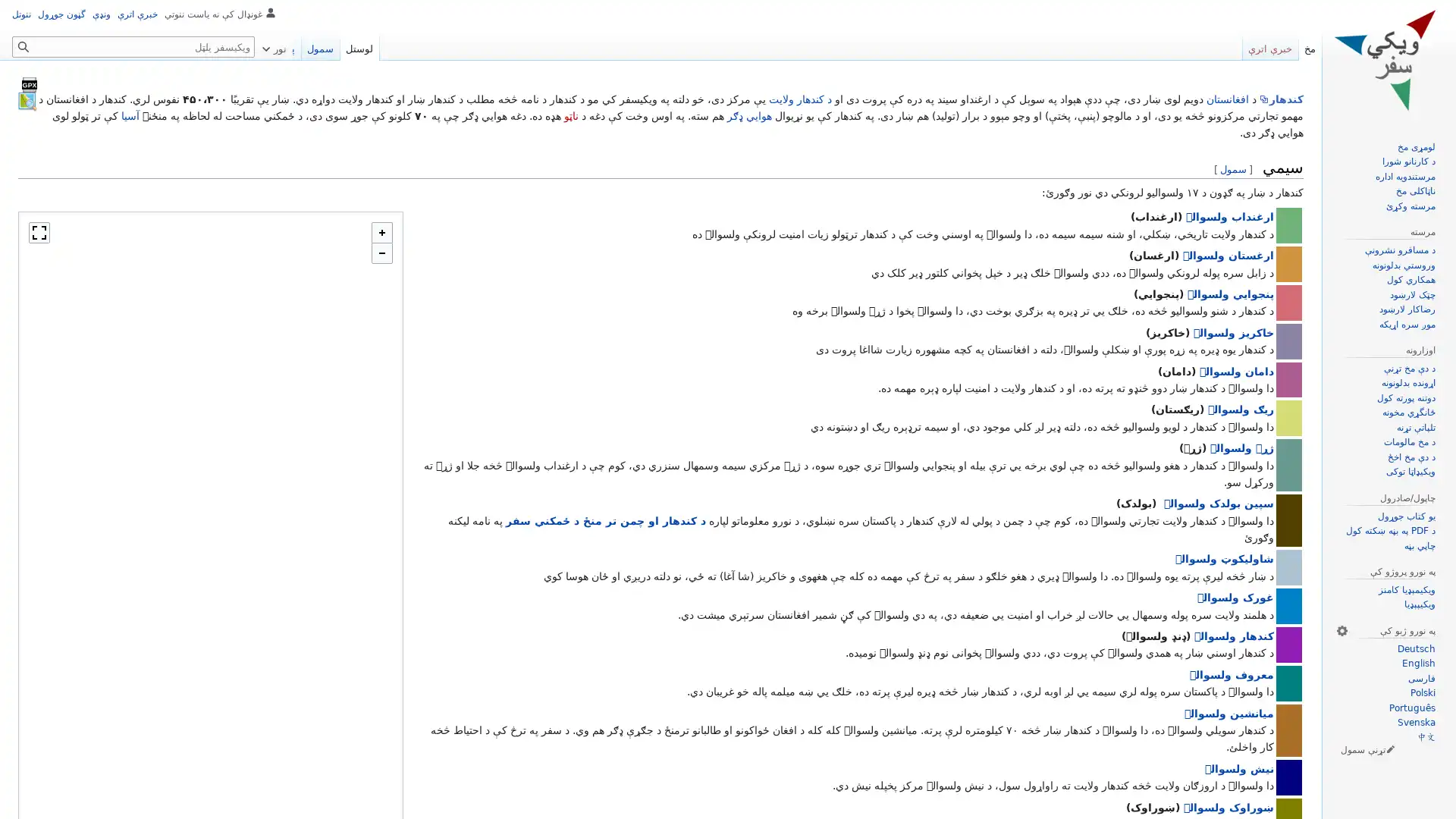 The width and height of the screenshot is (1456, 819). I want to click on Zoom in, so click(382, 232).